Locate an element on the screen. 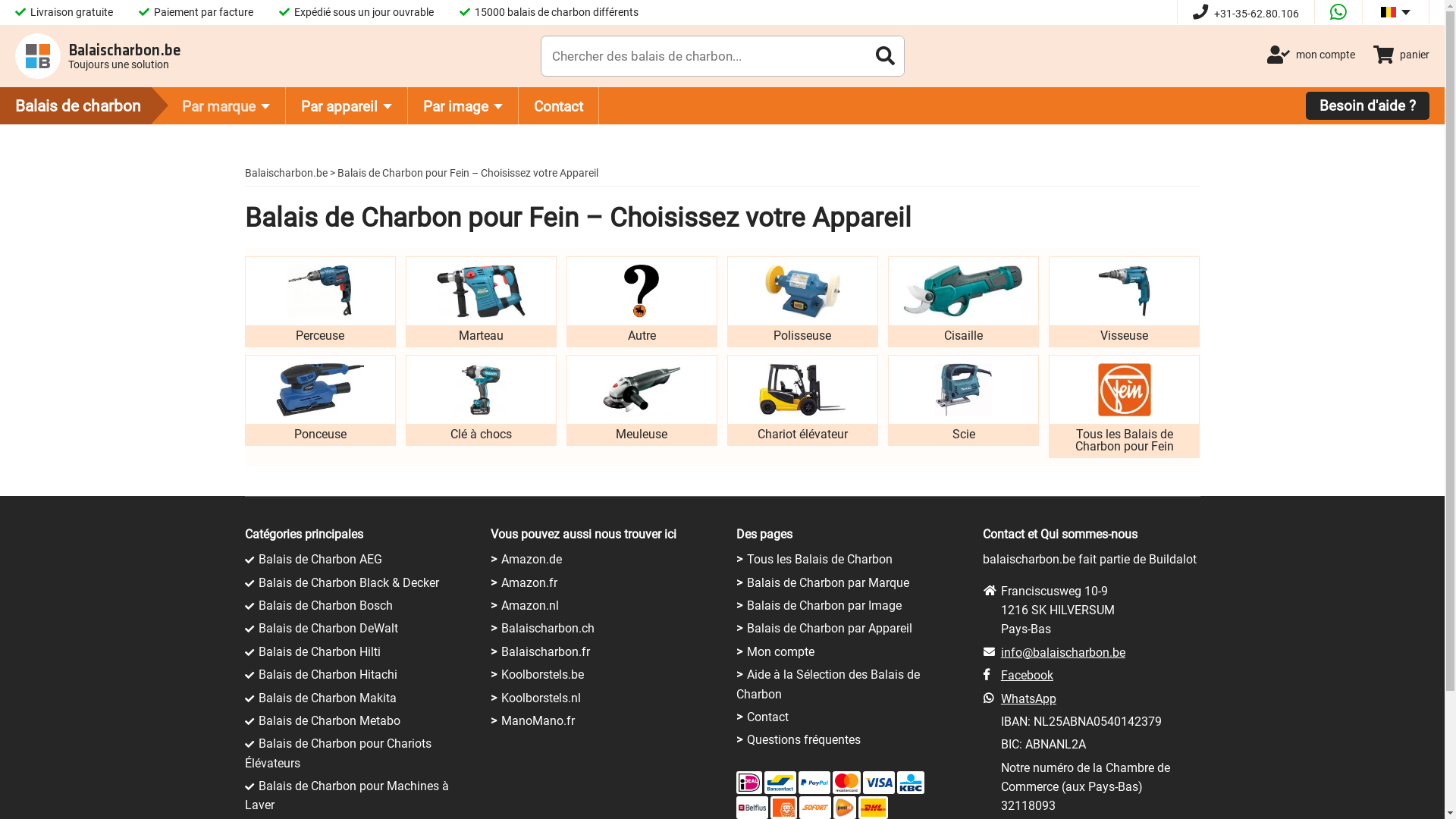  'Balaischarbon.fr' is located at coordinates (545, 651).